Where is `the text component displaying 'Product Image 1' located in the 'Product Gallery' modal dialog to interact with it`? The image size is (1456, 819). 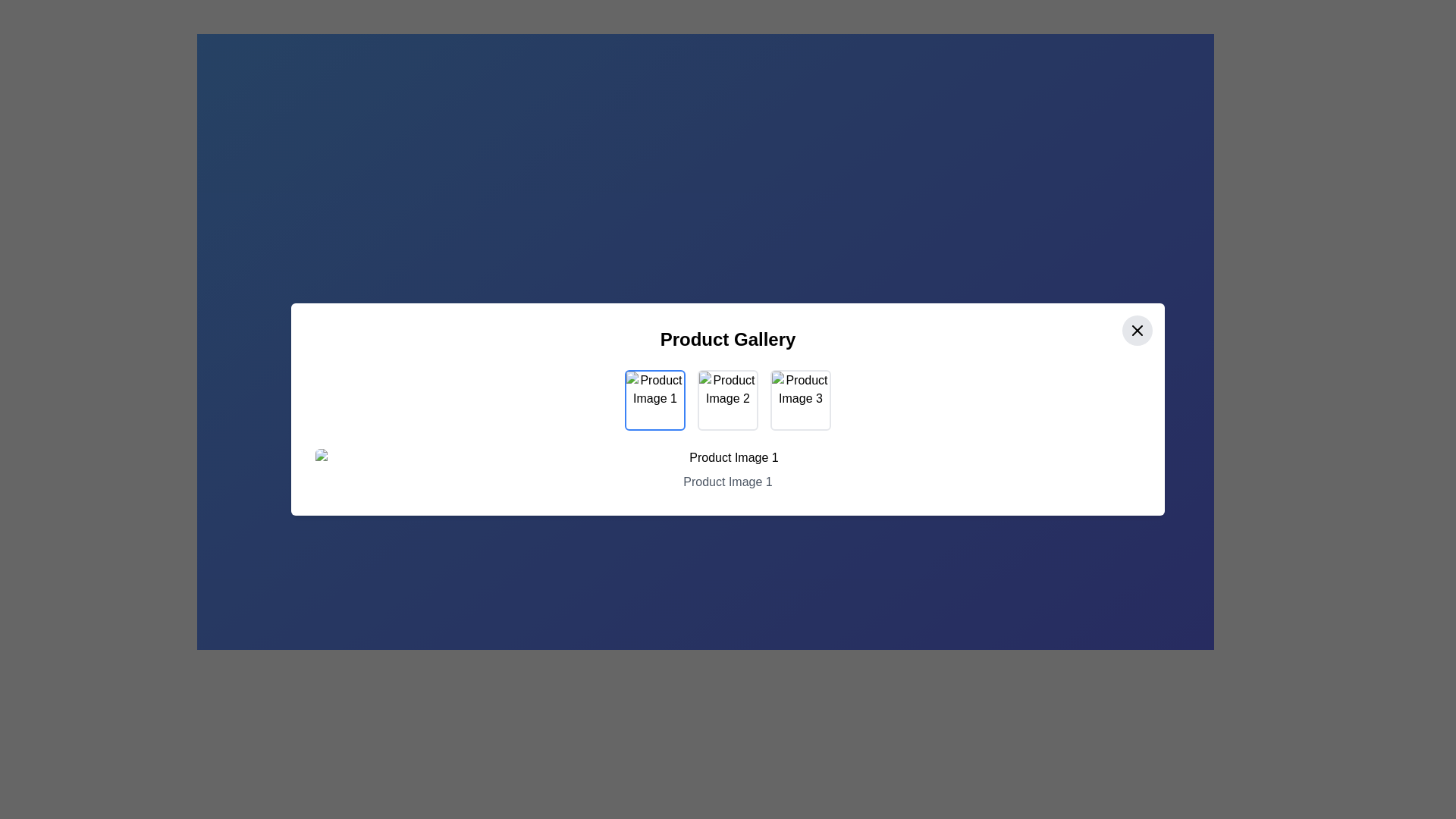 the text component displaying 'Product Image 1' located in the 'Product Gallery' modal dialog to interact with it is located at coordinates (728, 469).